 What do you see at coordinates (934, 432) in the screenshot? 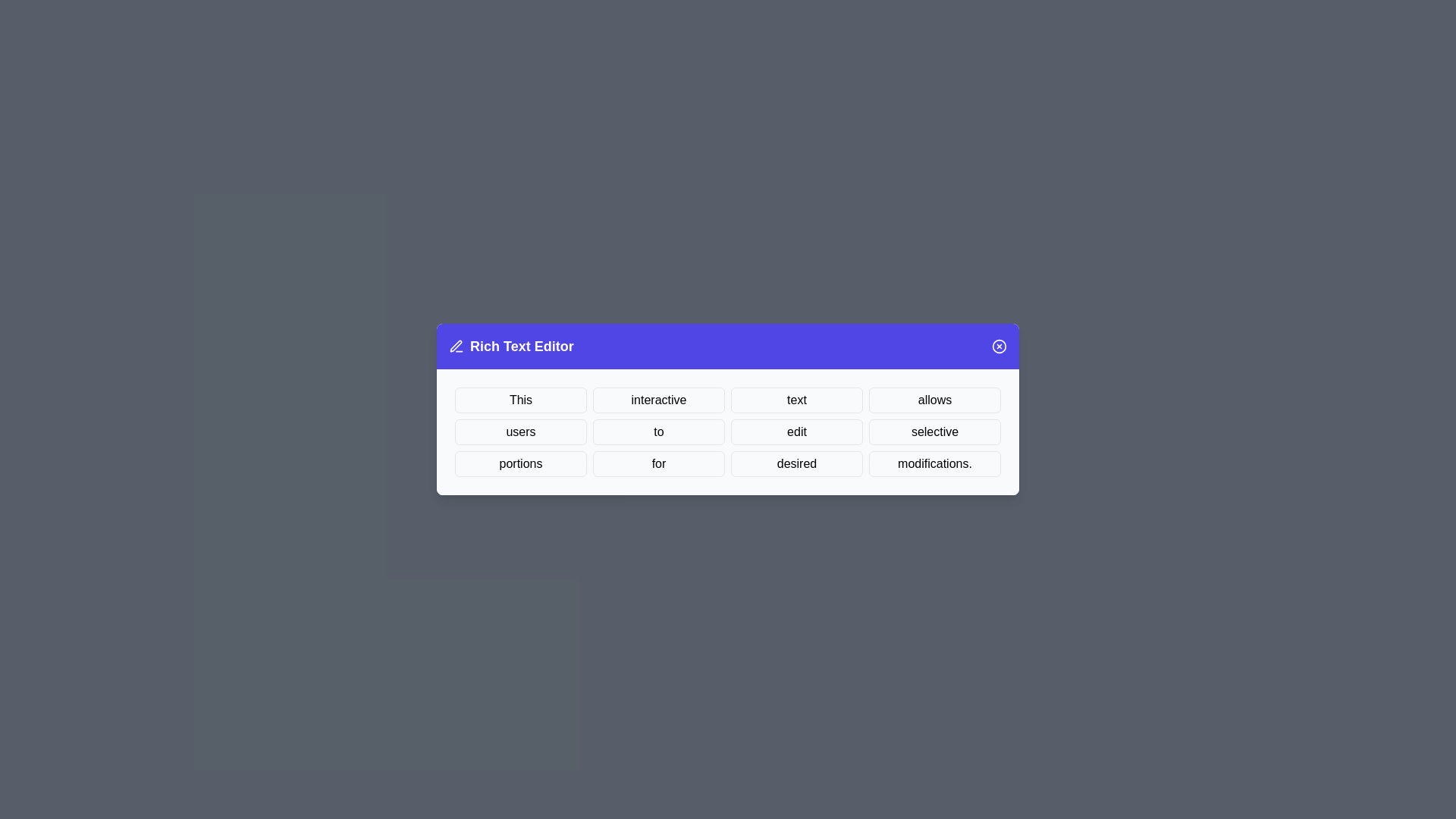
I see `the word selective to select it` at bounding box center [934, 432].